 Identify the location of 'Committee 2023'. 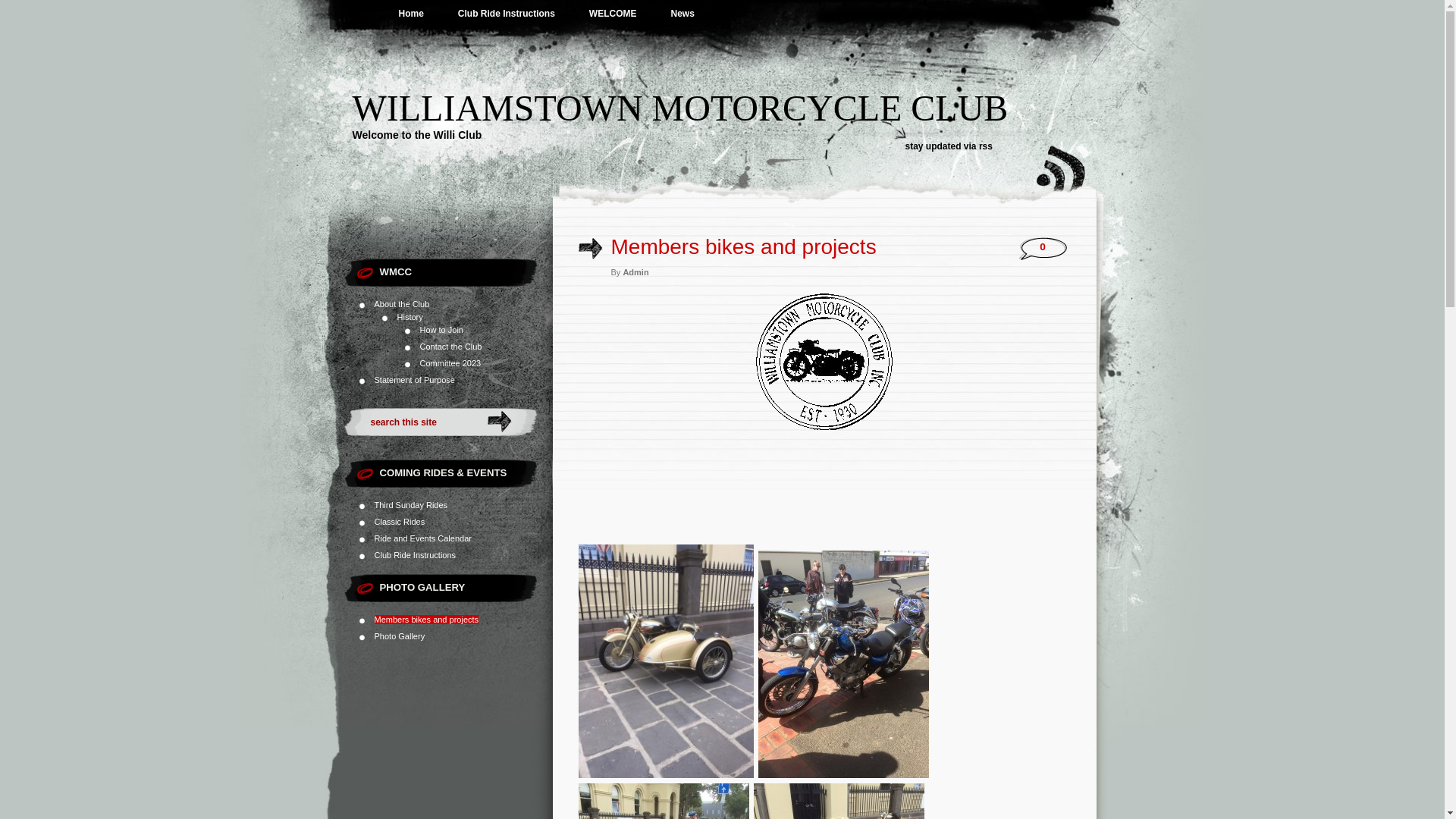
(450, 362).